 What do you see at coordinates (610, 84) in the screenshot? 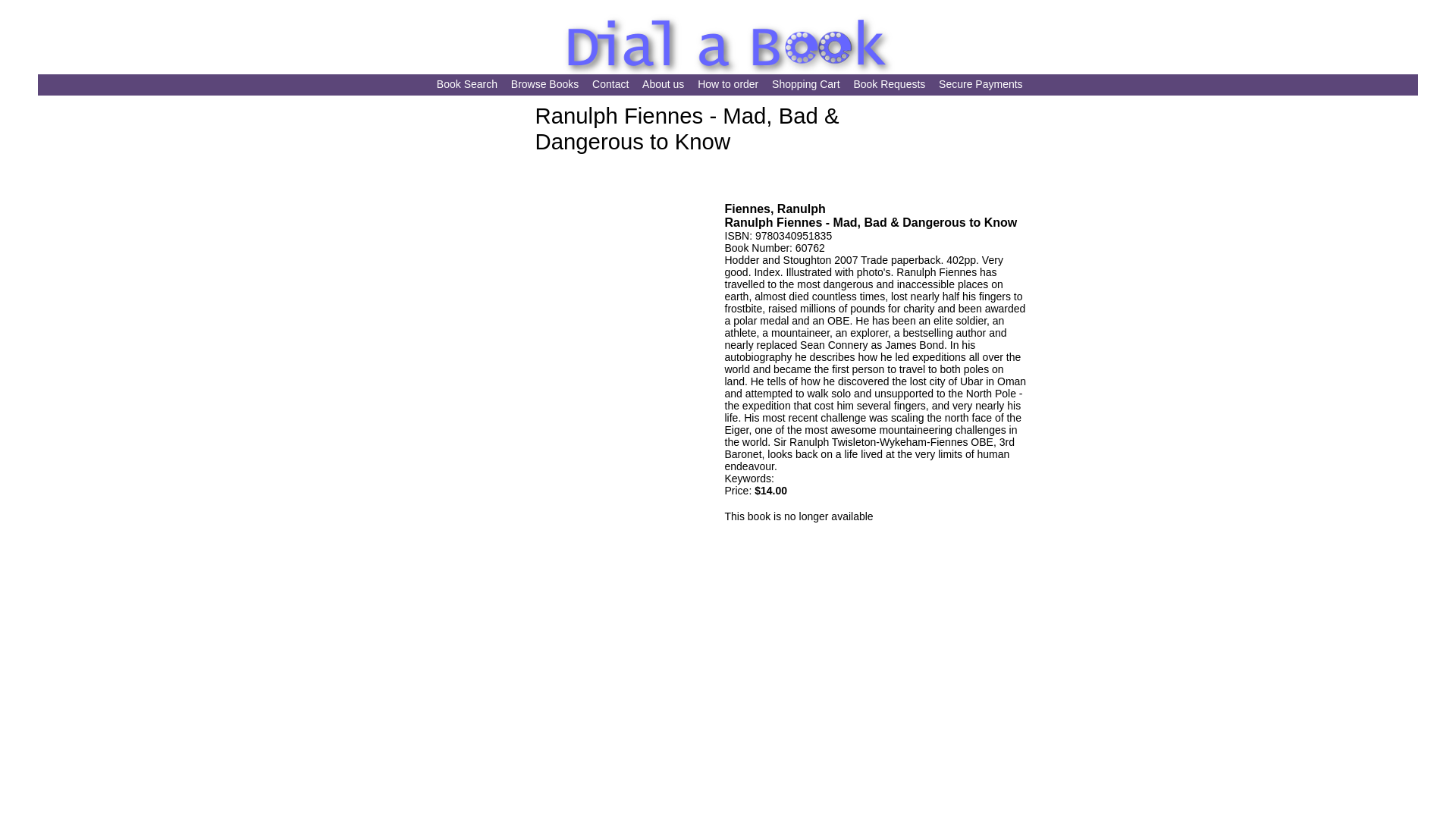
I see `'Contact'` at bounding box center [610, 84].